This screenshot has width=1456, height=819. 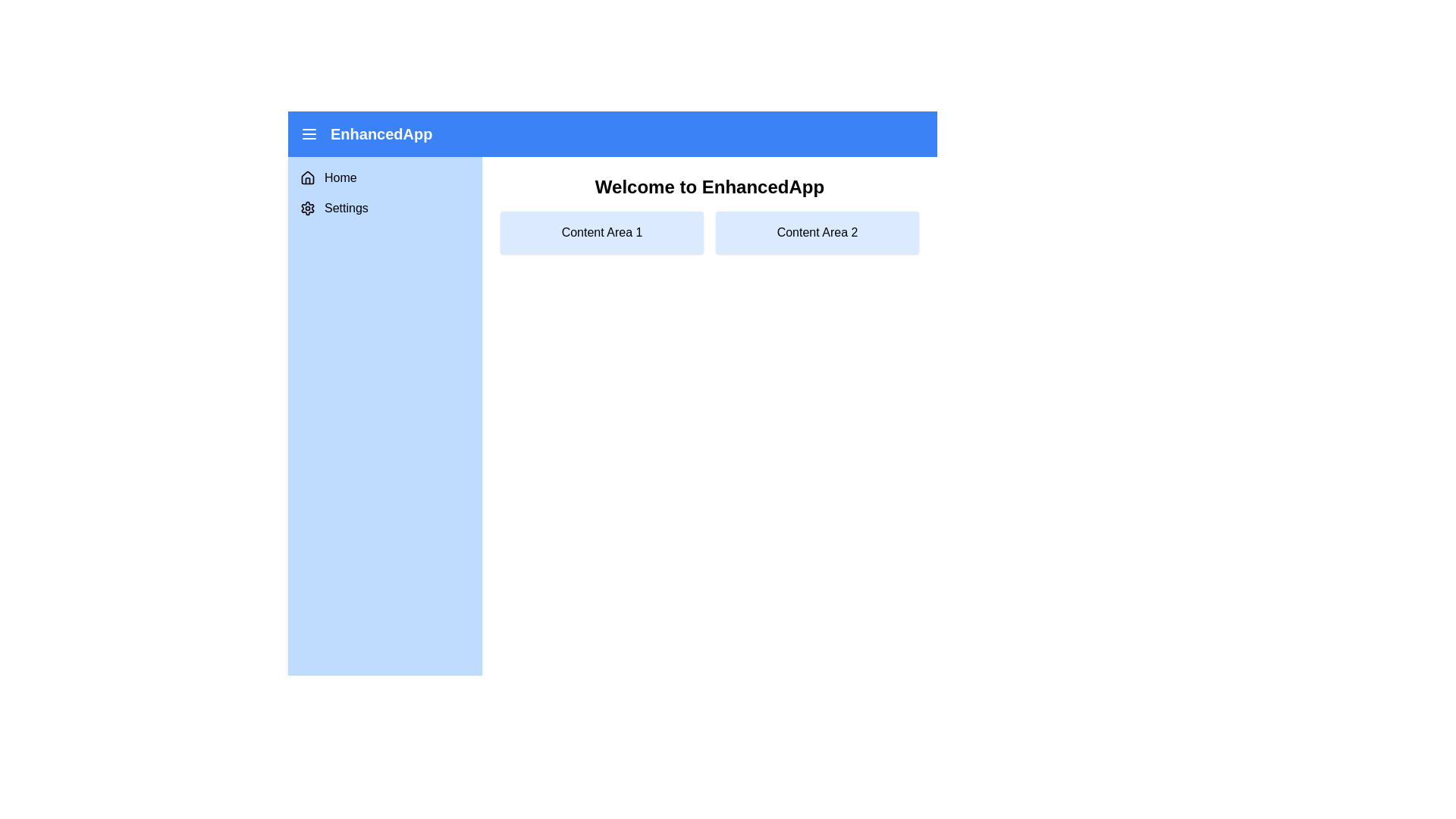 I want to click on the static text element 'EnhancedApp' which is styled with a bold white font on a blue background, located on the left side of the header bar adjacent to a hamburger menu icon, so click(x=366, y=133).